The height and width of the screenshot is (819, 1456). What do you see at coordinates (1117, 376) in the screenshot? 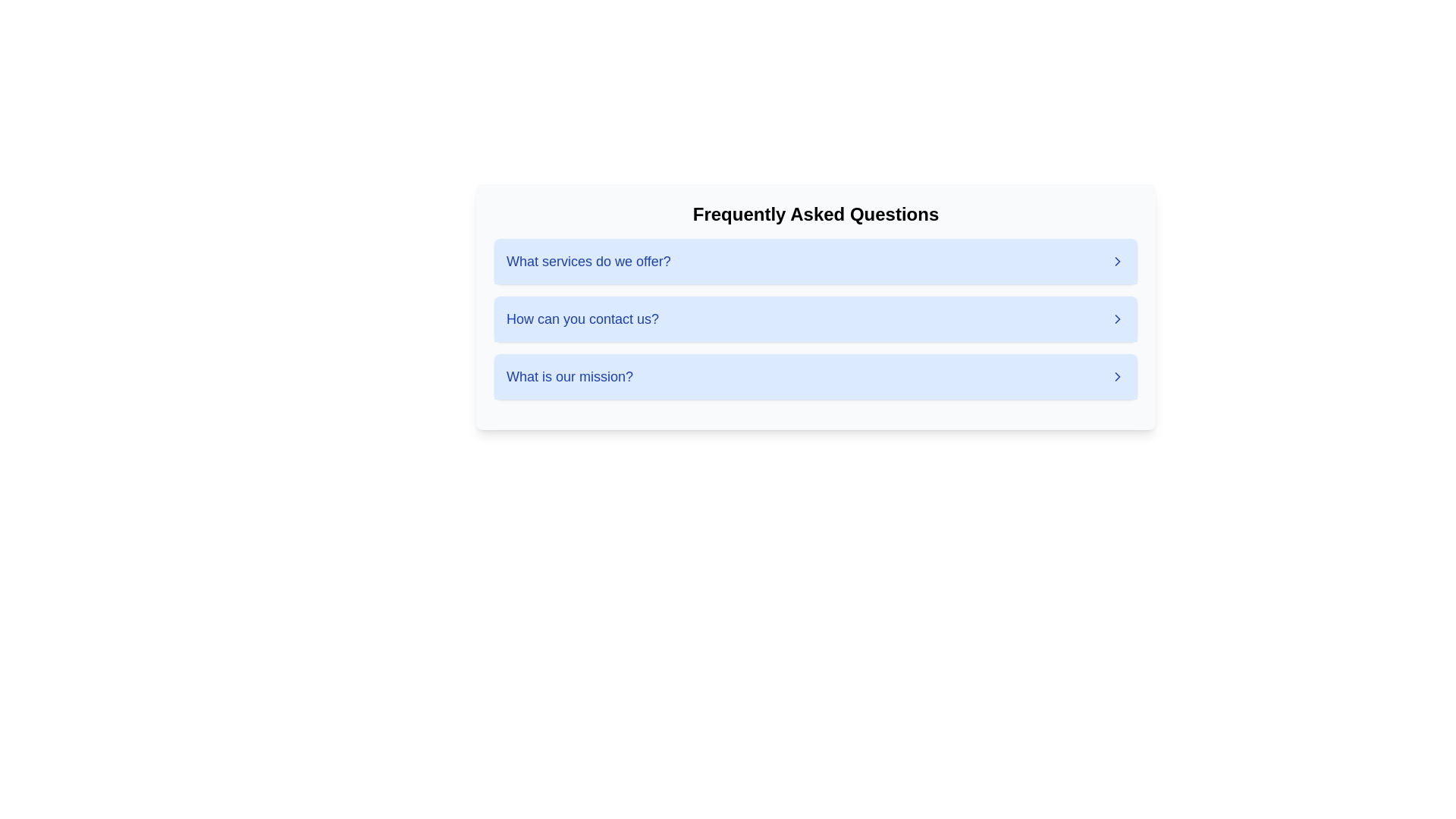
I see `the chevron icon located at the right end of the third row labeled 'What is our mission?'` at bounding box center [1117, 376].